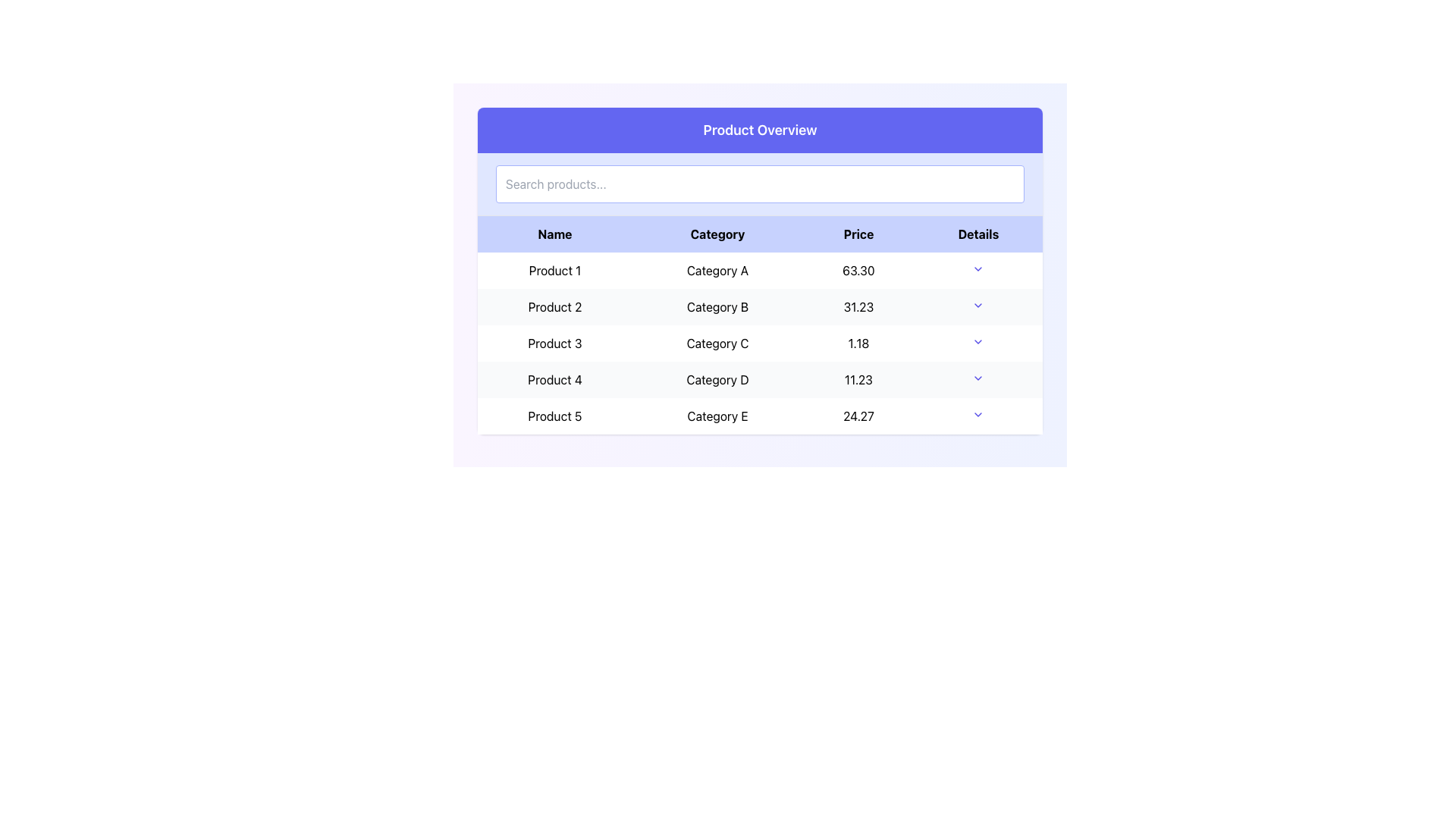  What do you see at coordinates (978, 343) in the screenshot?
I see `the dropdown toggle icon located at the far-right cell of the row for 'Product 3'` at bounding box center [978, 343].